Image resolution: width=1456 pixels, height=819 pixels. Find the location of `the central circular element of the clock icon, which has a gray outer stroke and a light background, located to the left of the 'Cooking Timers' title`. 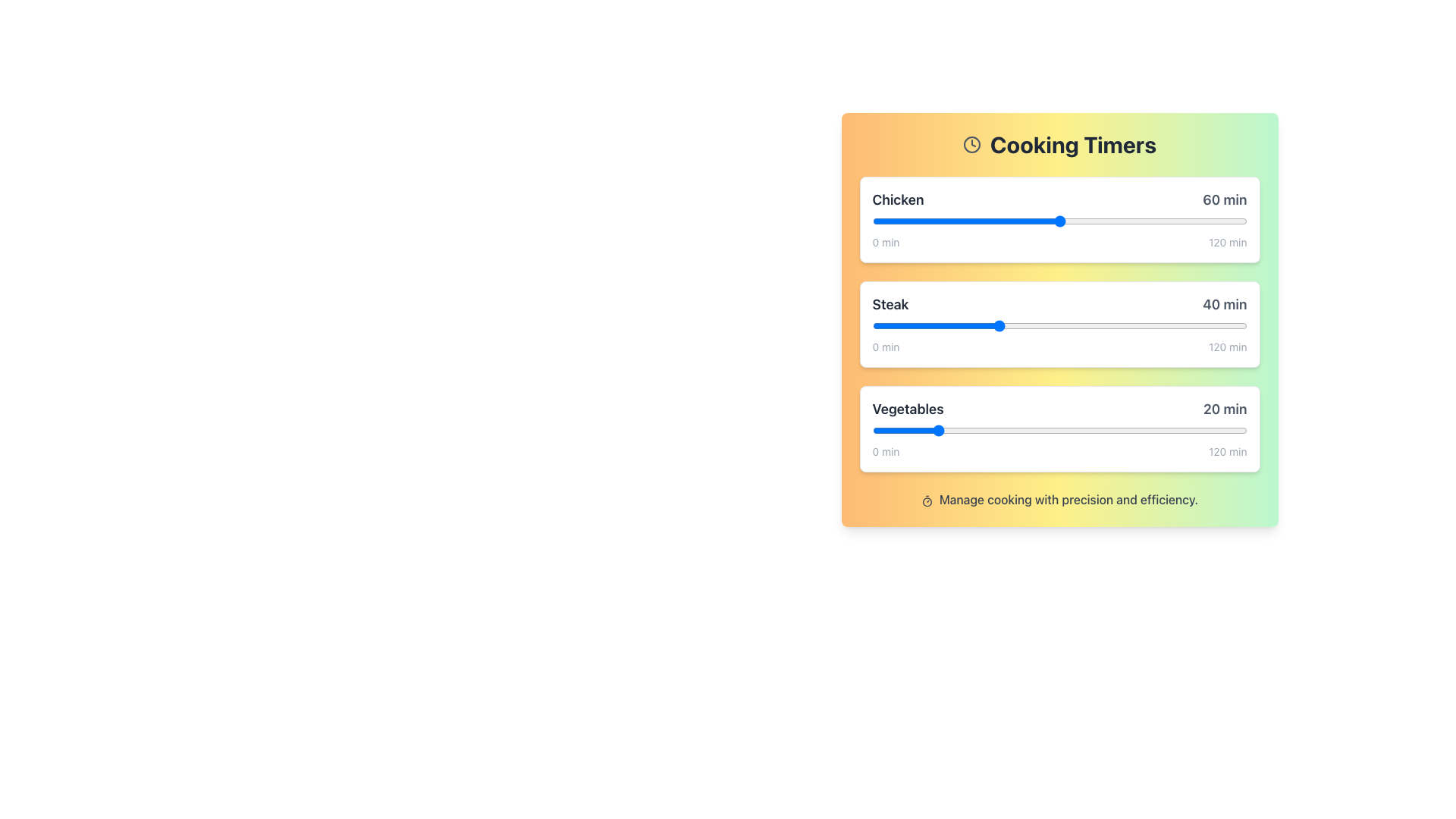

the central circular element of the clock icon, which has a gray outer stroke and a light background, located to the left of the 'Cooking Timers' title is located at coordinates (971, 145).